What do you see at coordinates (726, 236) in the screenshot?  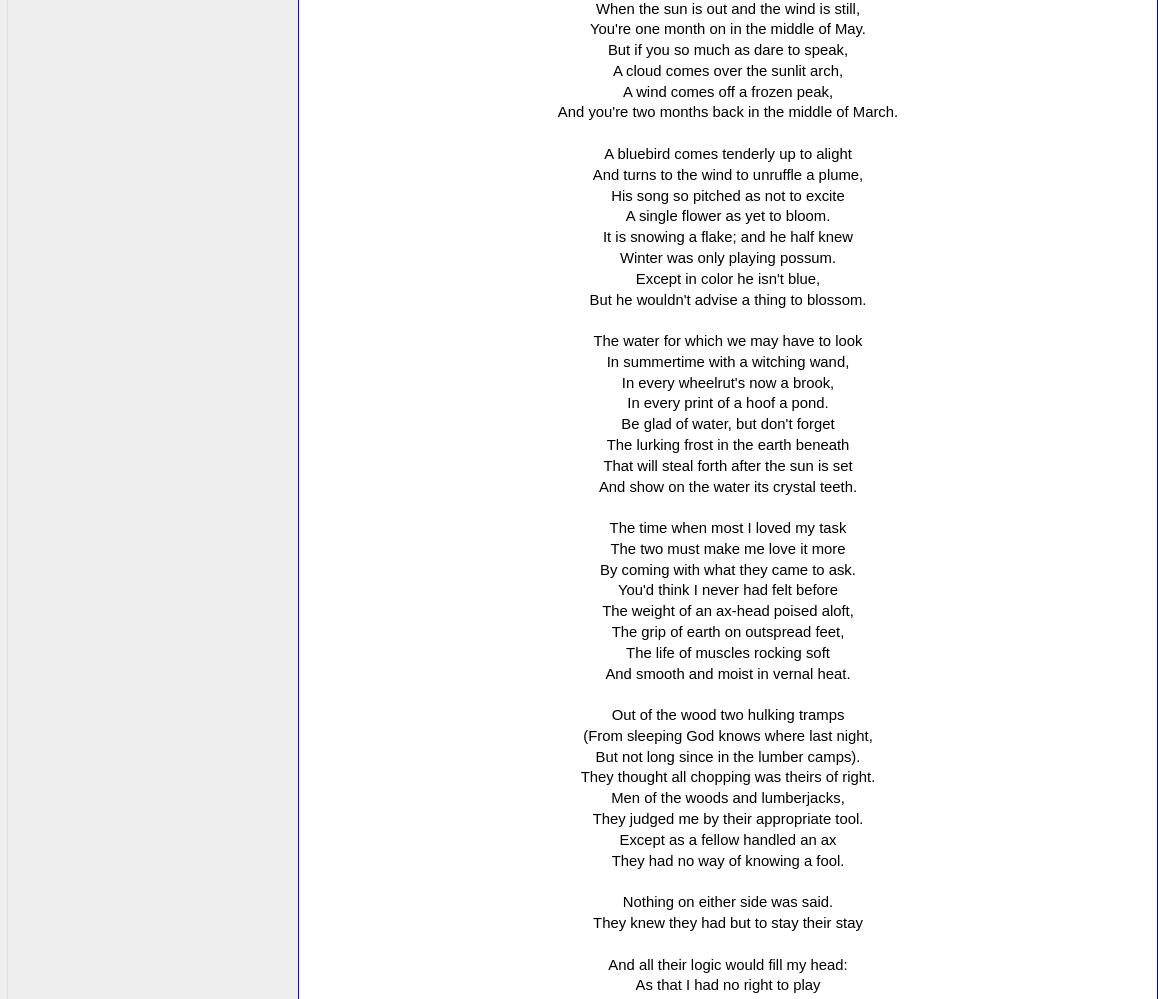 I see `'It is snowing a flake; and he half knew'` at bounding box center [726, 236].